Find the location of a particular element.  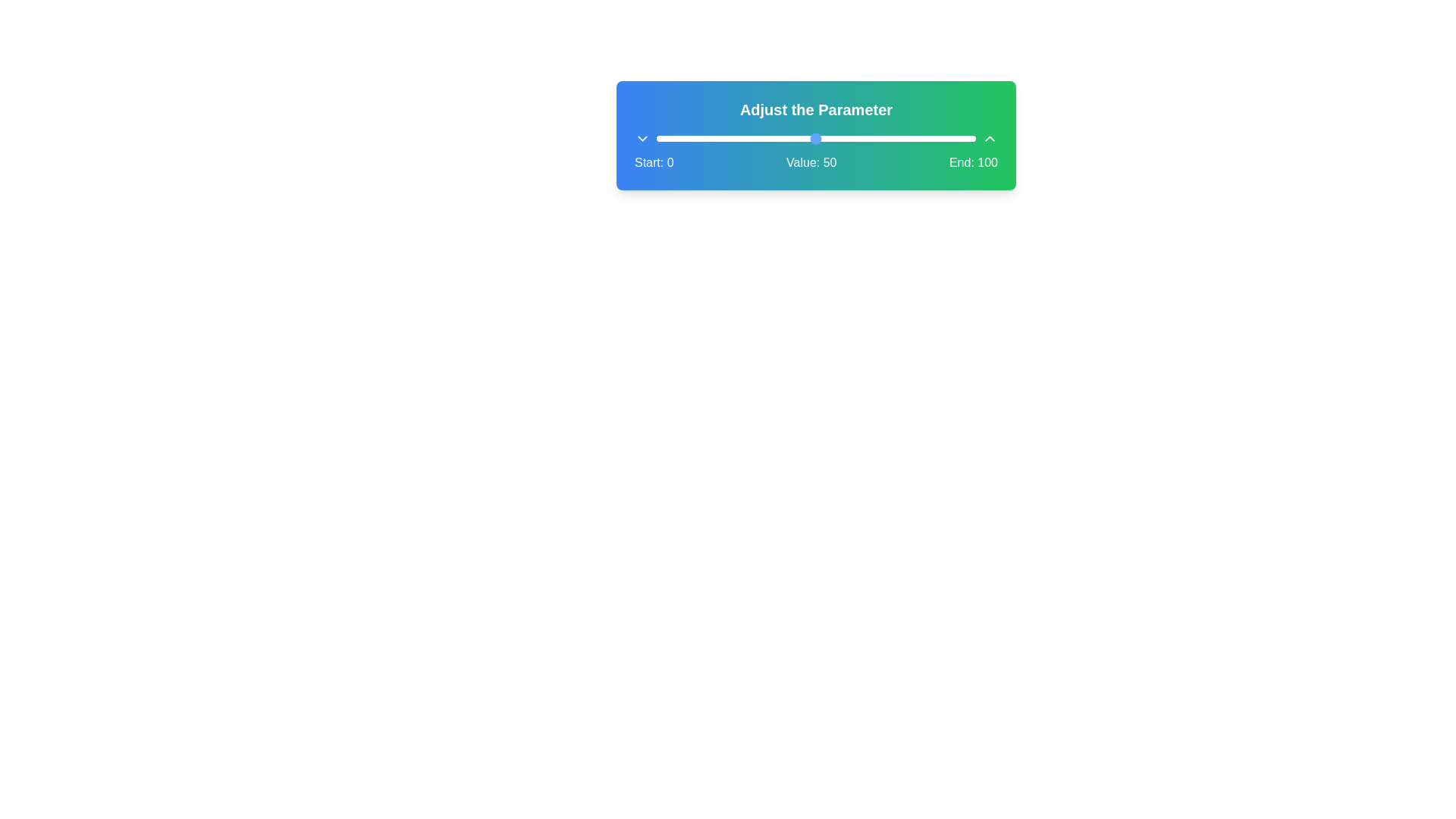

the text label group containing 'Start: 0', 'Value: 50', and 'End: 100' is located at coordinates (815, 163).